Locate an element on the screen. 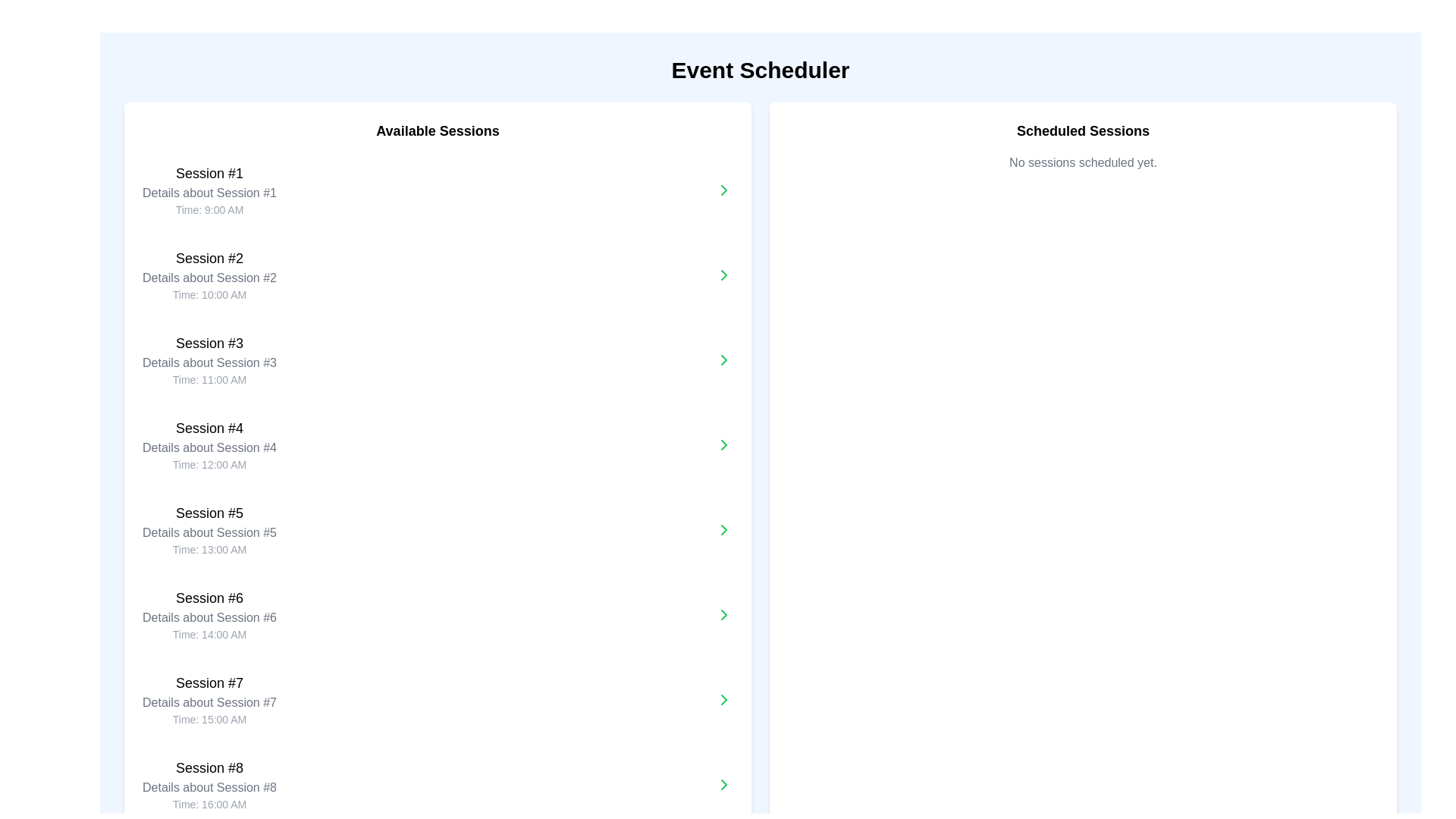 This screenshot has width=1456, height=819. the text displaying 'Time: 16:00 AM', which is located at the bottom of the block for 'Session #8' is located at coordinates (209, 803).